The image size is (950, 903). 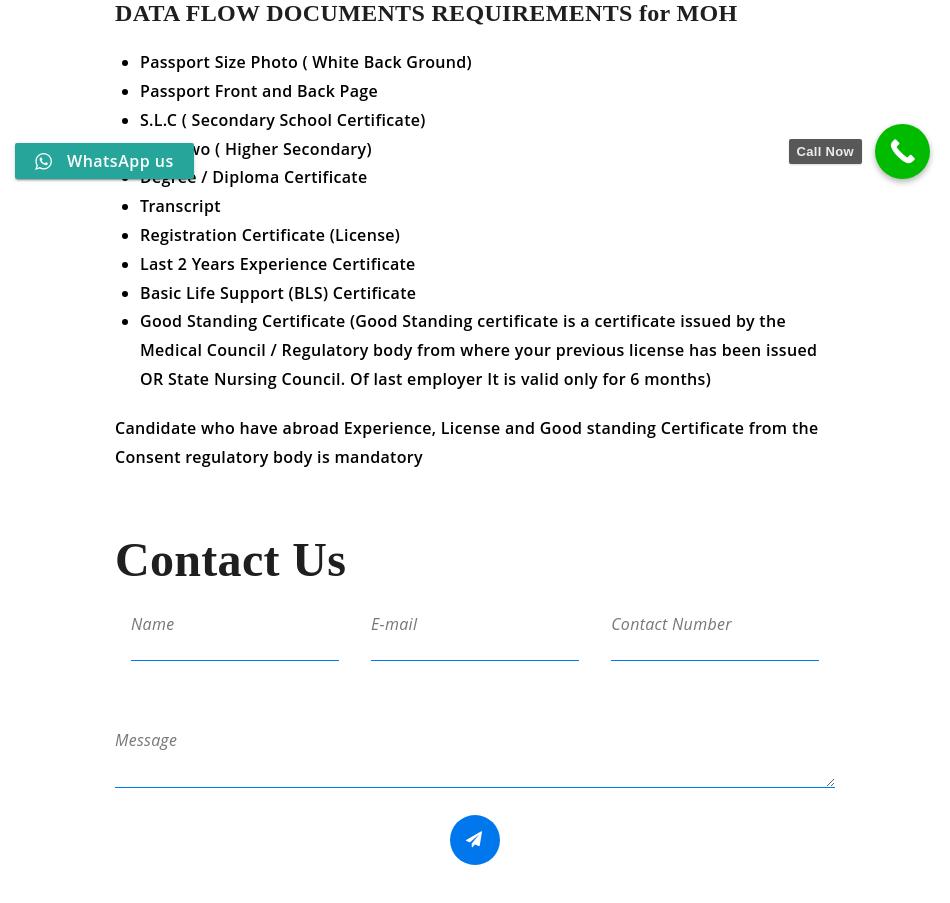 What do you see at coordinates (254, 160) in the screenshot?
I see `'Plus Two ( Higher Secondary)'` at bounding box center [254, 160].